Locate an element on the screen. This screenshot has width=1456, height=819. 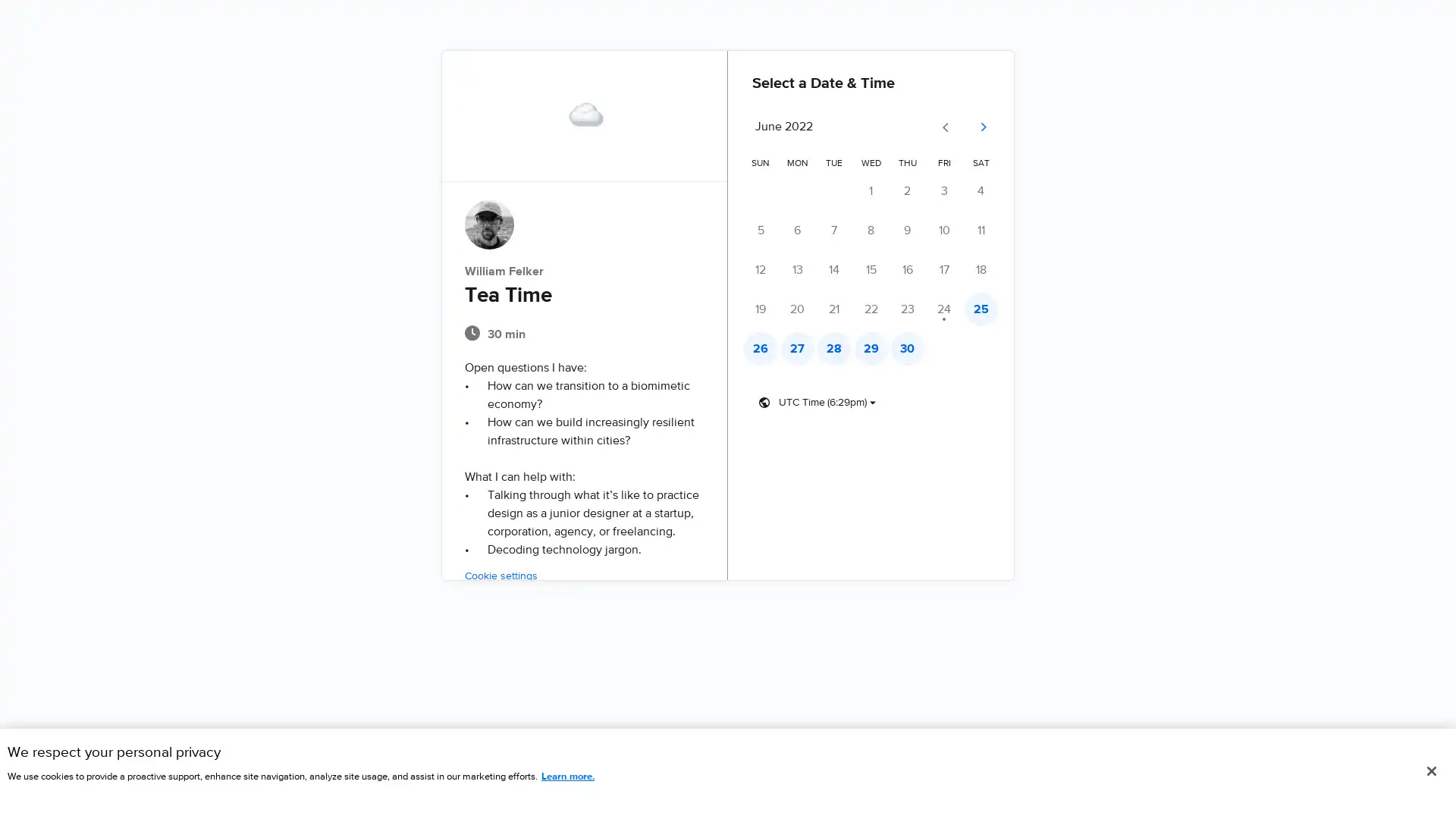
Timezone dropdown button is located at coordinates (817, 402).